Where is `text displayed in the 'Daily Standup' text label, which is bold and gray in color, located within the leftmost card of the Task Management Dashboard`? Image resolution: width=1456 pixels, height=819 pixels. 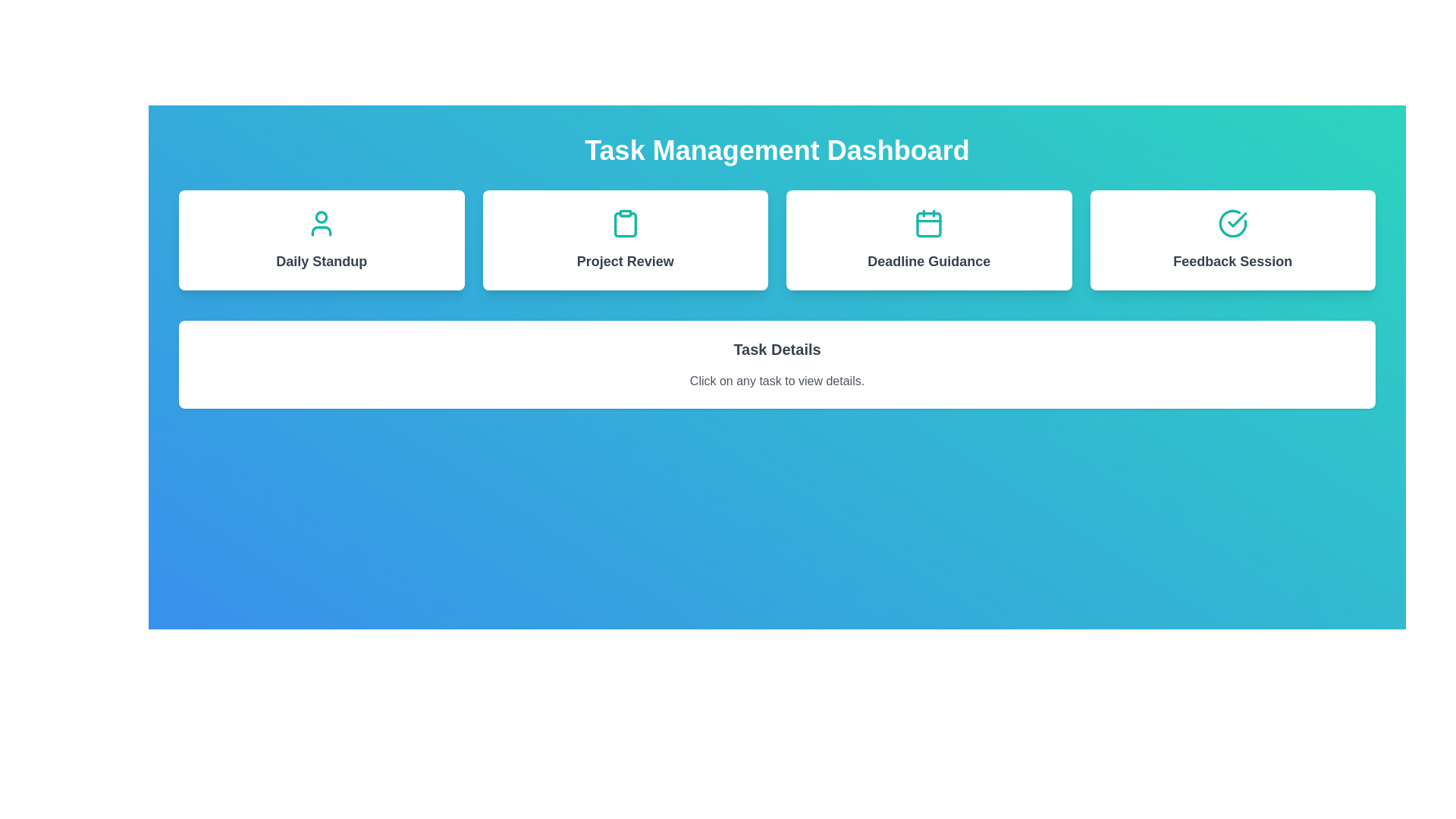 text displayed in the 'Daily Standup' text label, which is bold and gray in color, located within the leftmost card of the Task Management Dashboard is located at coordinates (321, 260).